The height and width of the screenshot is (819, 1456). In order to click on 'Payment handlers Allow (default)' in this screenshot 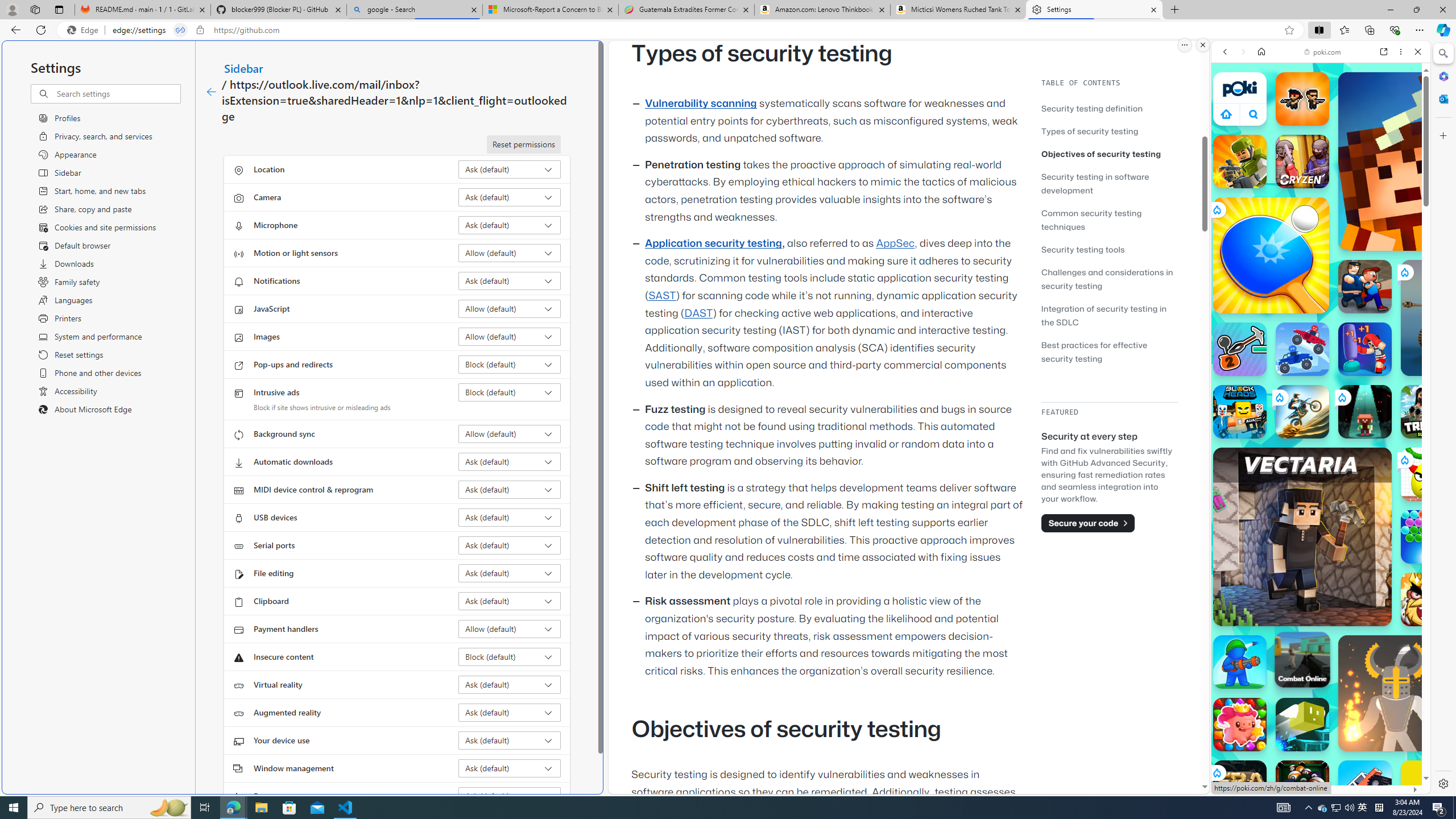, I will do `click(510, 628)`.